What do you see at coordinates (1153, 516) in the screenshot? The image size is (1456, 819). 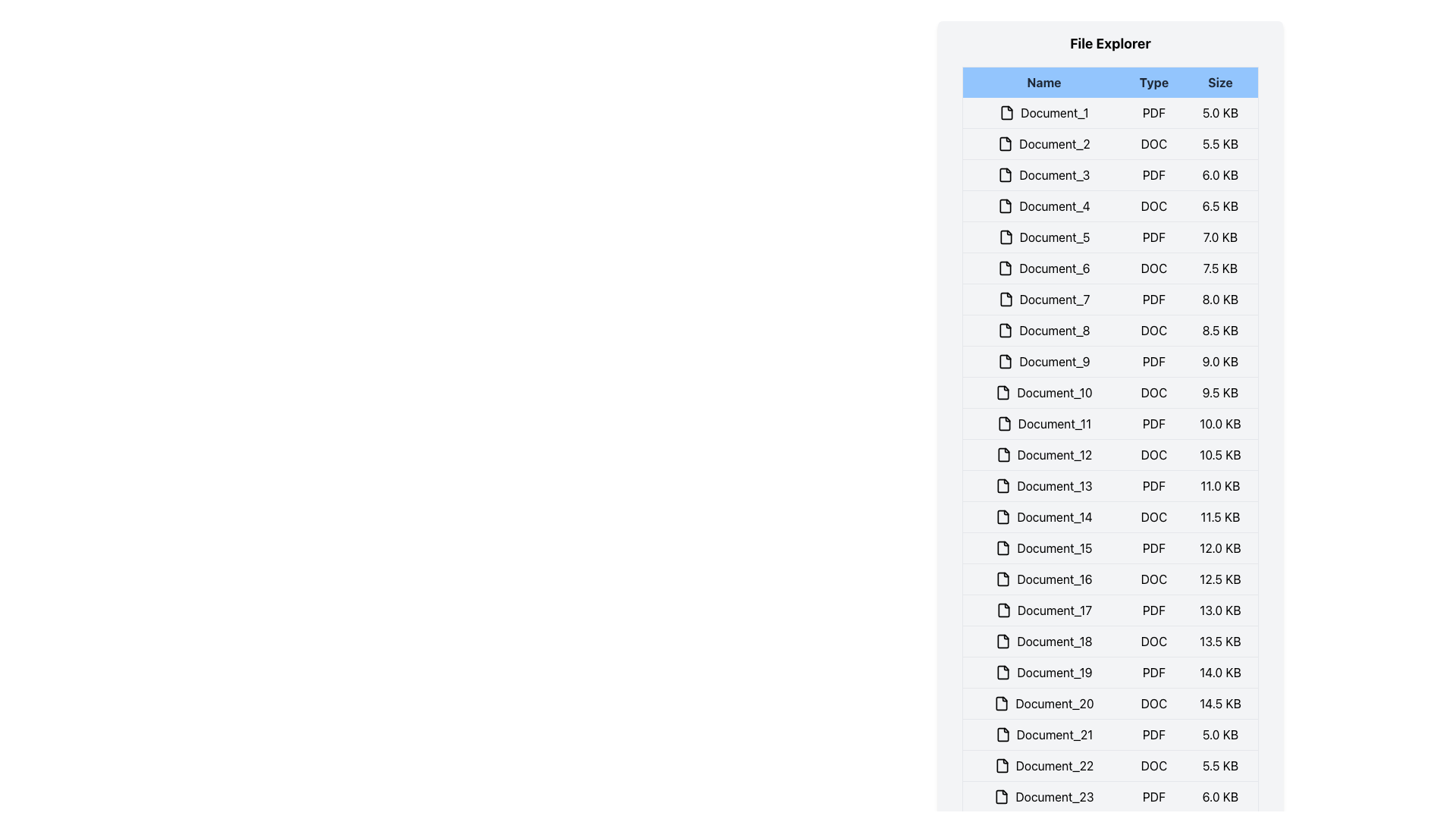 I see `the text label indicating the file type for 'Document_14', positioned between 'Document_14' and '11.5 KB'` at bounding box center [1153, 516].